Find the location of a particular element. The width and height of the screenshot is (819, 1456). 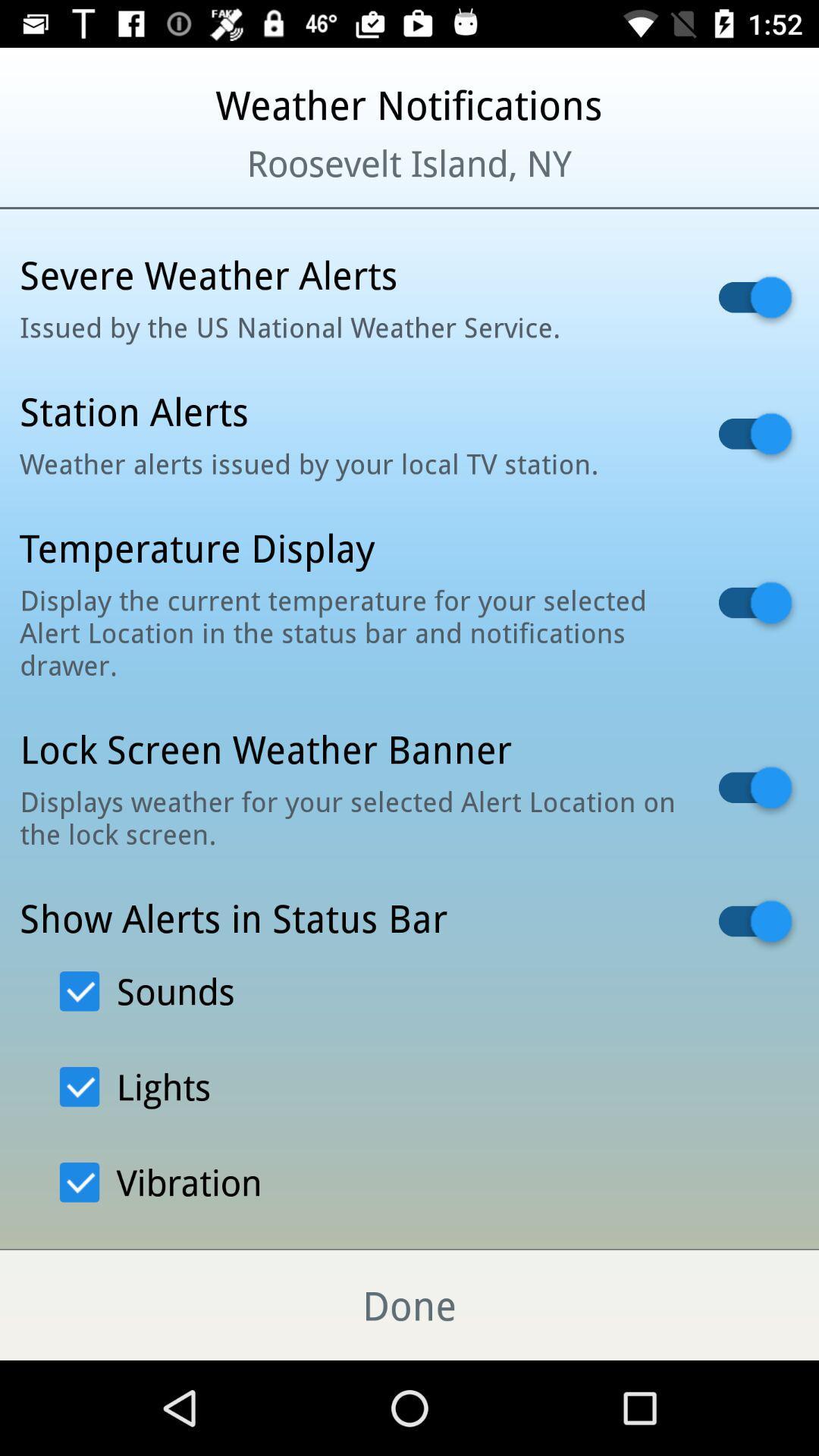

vibration is located at coordinates (161, 1181).